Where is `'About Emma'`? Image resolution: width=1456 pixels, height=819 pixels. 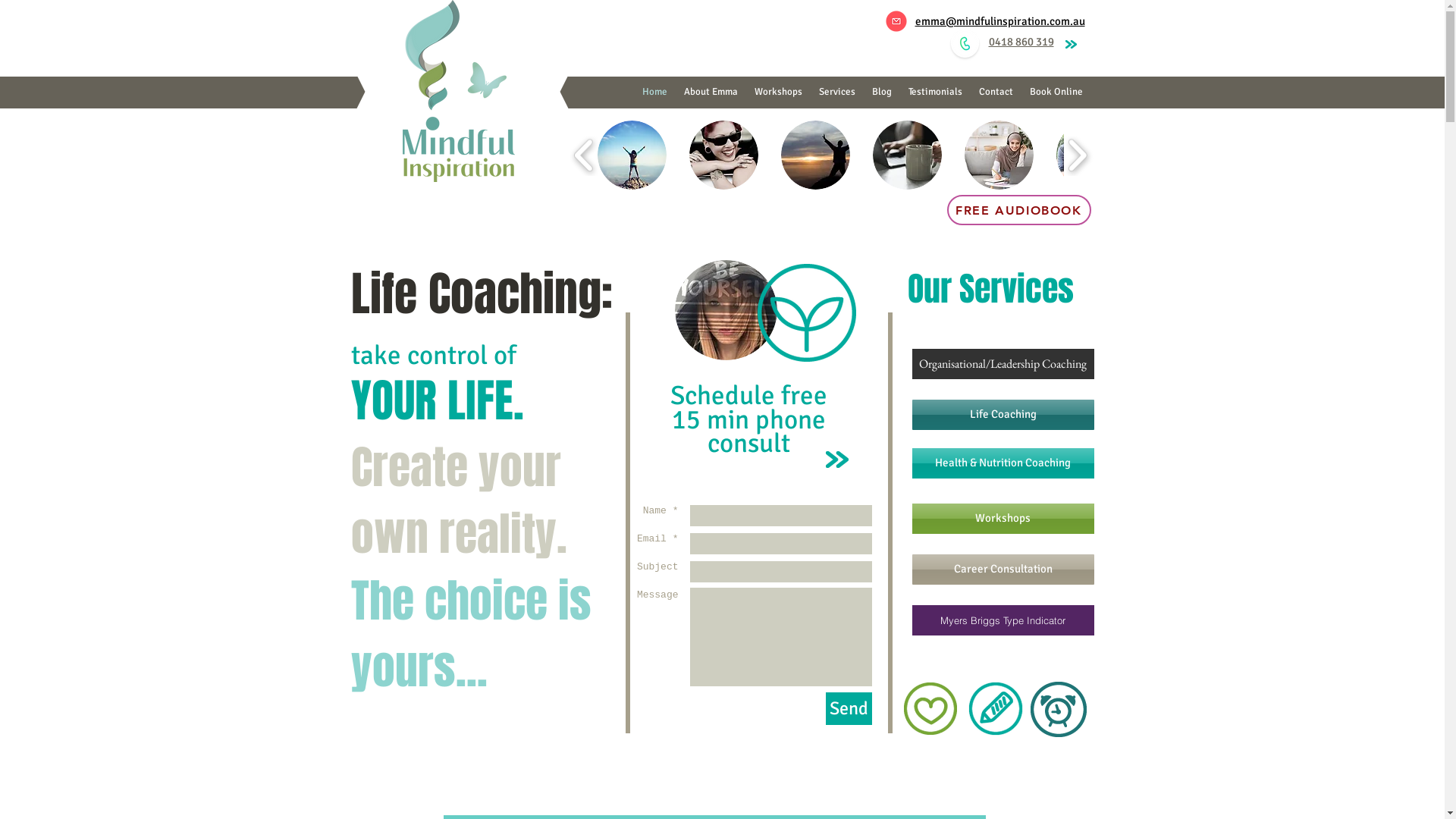
'About Emma' is located at coordinates (709, 92).